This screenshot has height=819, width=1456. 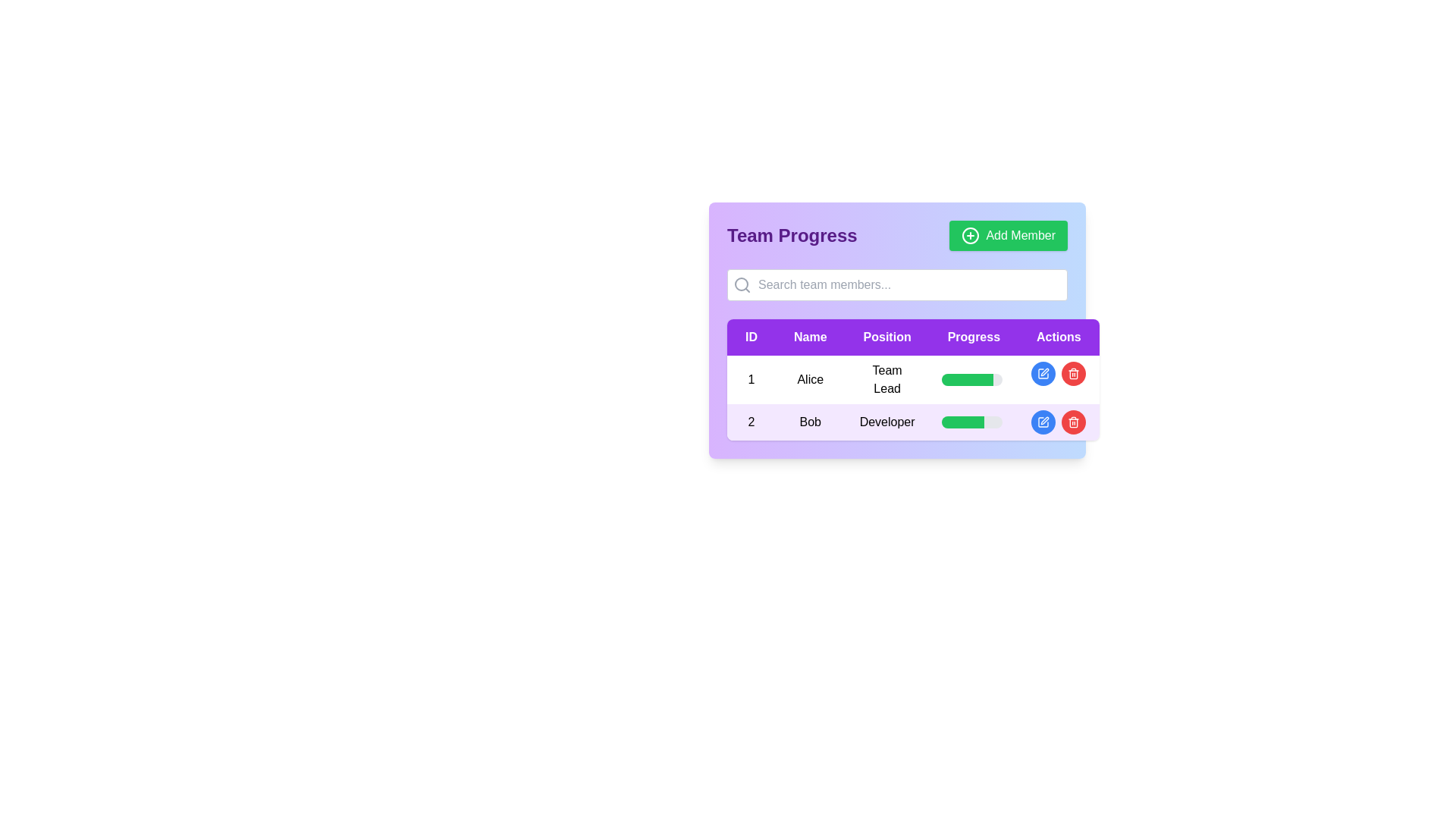 What do you see at coordinates (912, 422) in the screenshot?
I see `the second row in the table labeled '2 Bob Developer', which is located directly below '1 Alice Team Lead'` at bounding box center [912, 422].